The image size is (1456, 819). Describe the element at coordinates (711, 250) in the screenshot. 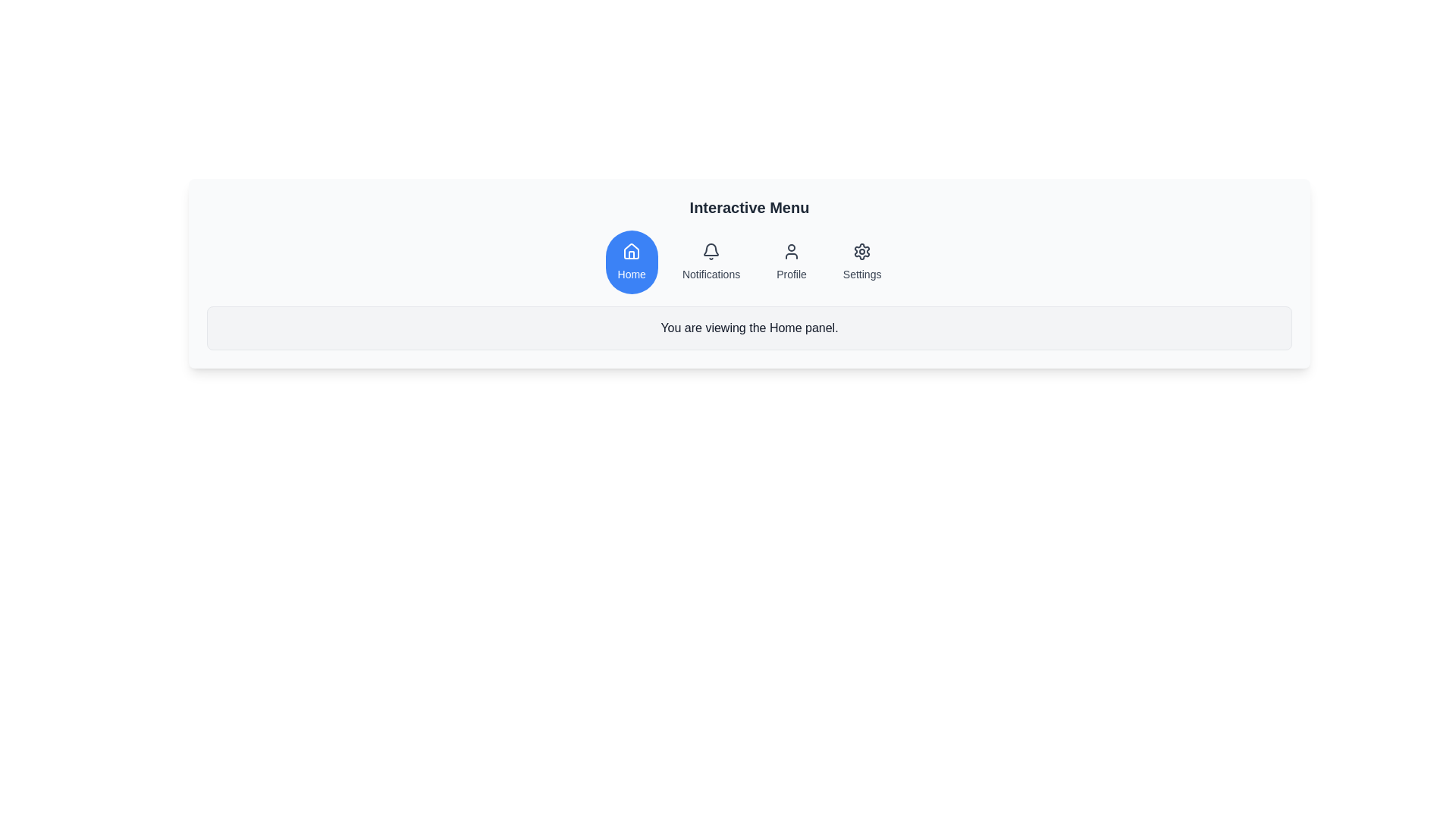

I see `the Notifications bell icon located` at that location.